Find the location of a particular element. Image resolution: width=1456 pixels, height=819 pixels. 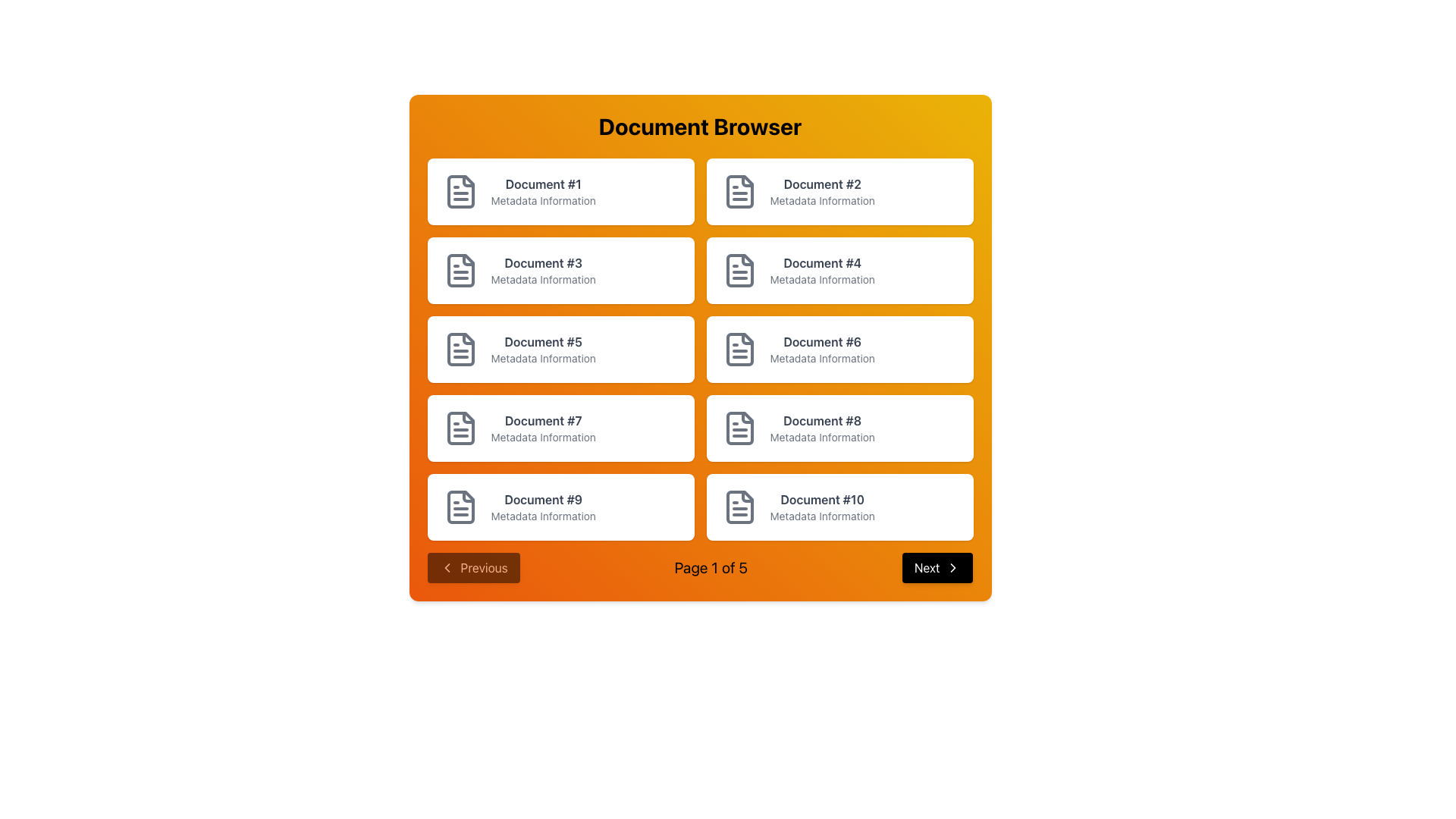

the document summary card located in the first row and second column of the grid layout, which provides a visual summary of the document including its title and metadata is located at coordinates (839, 191).